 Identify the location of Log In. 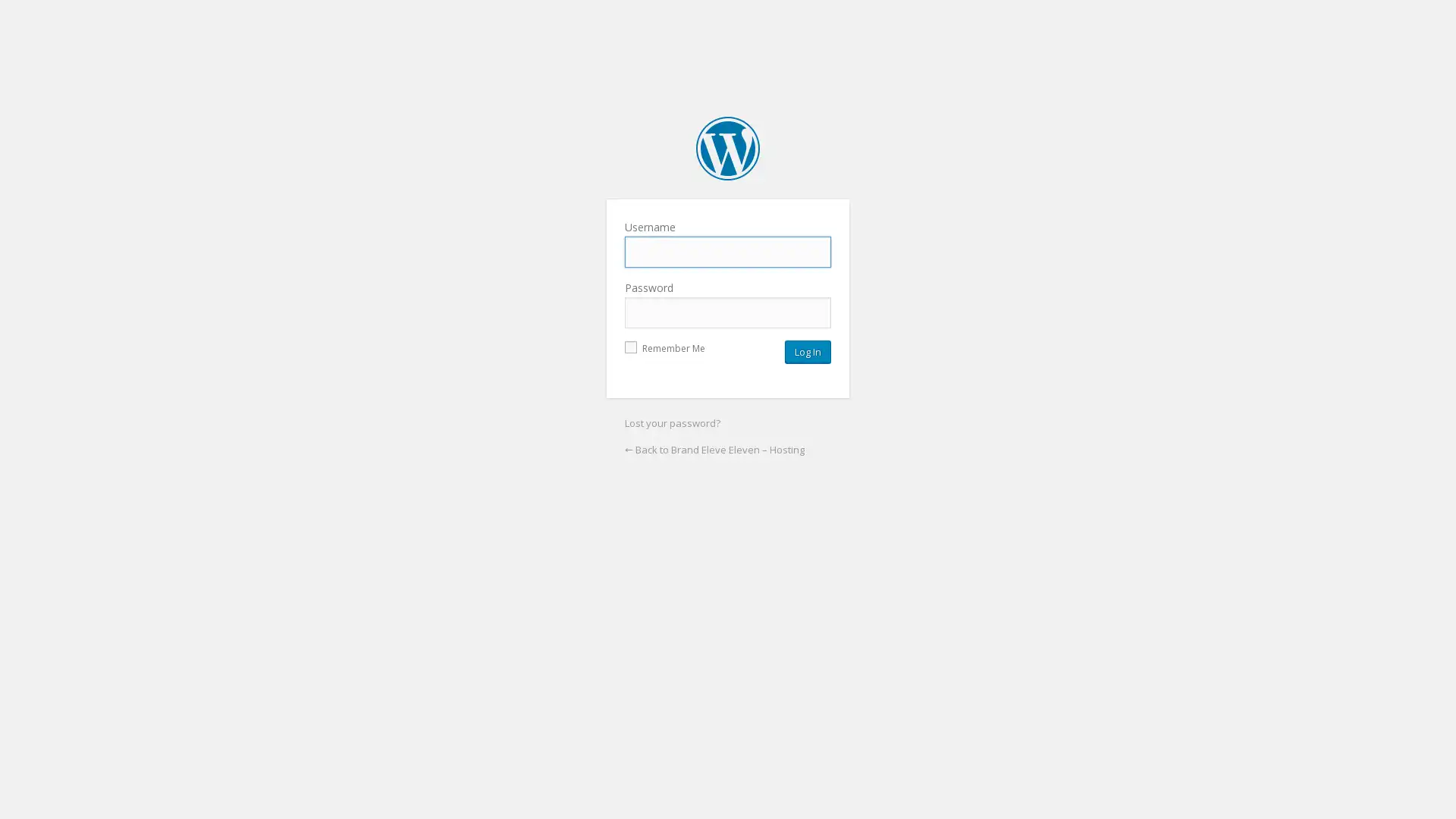
(807, 350).